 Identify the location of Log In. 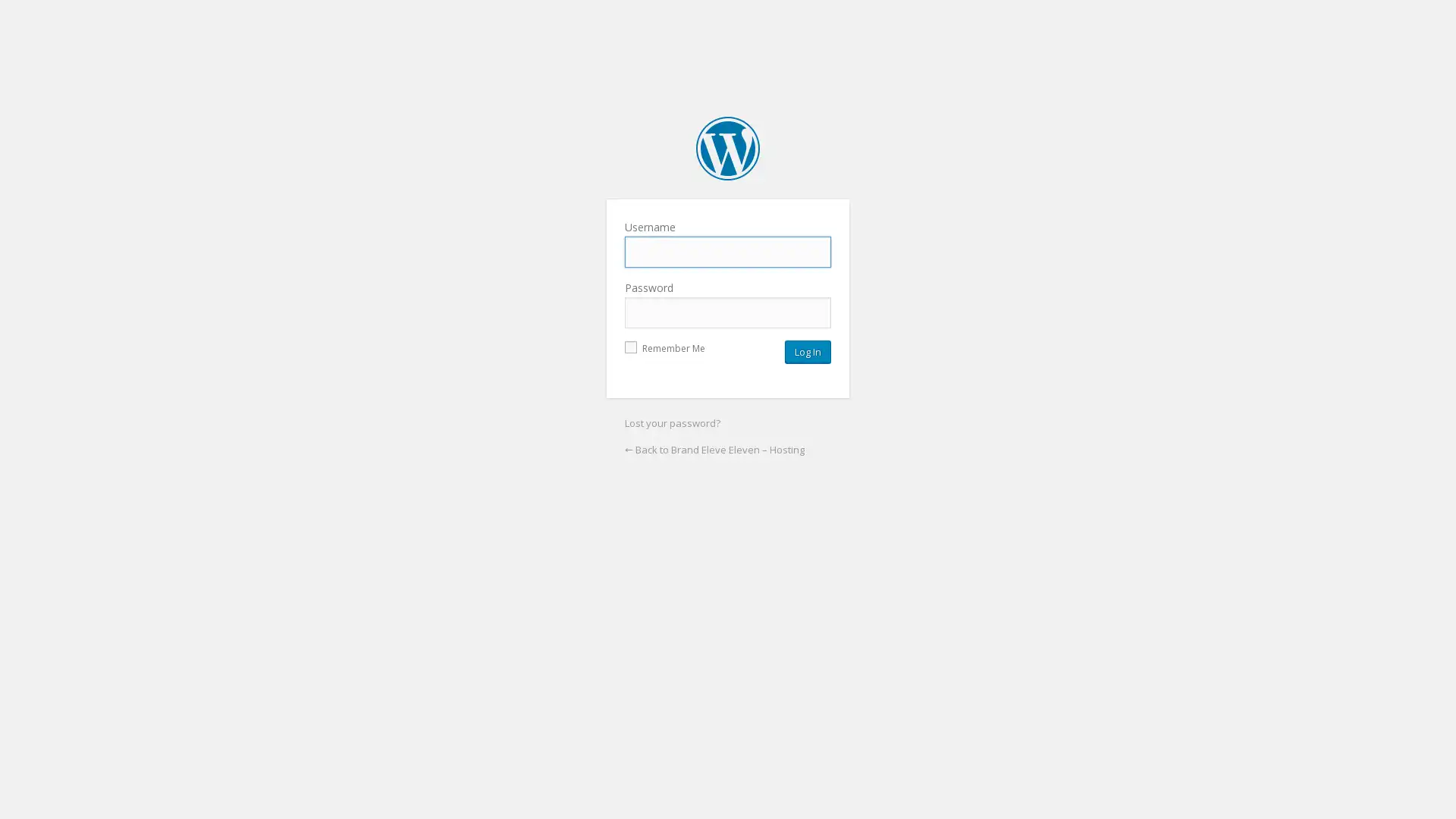
(807, 350).